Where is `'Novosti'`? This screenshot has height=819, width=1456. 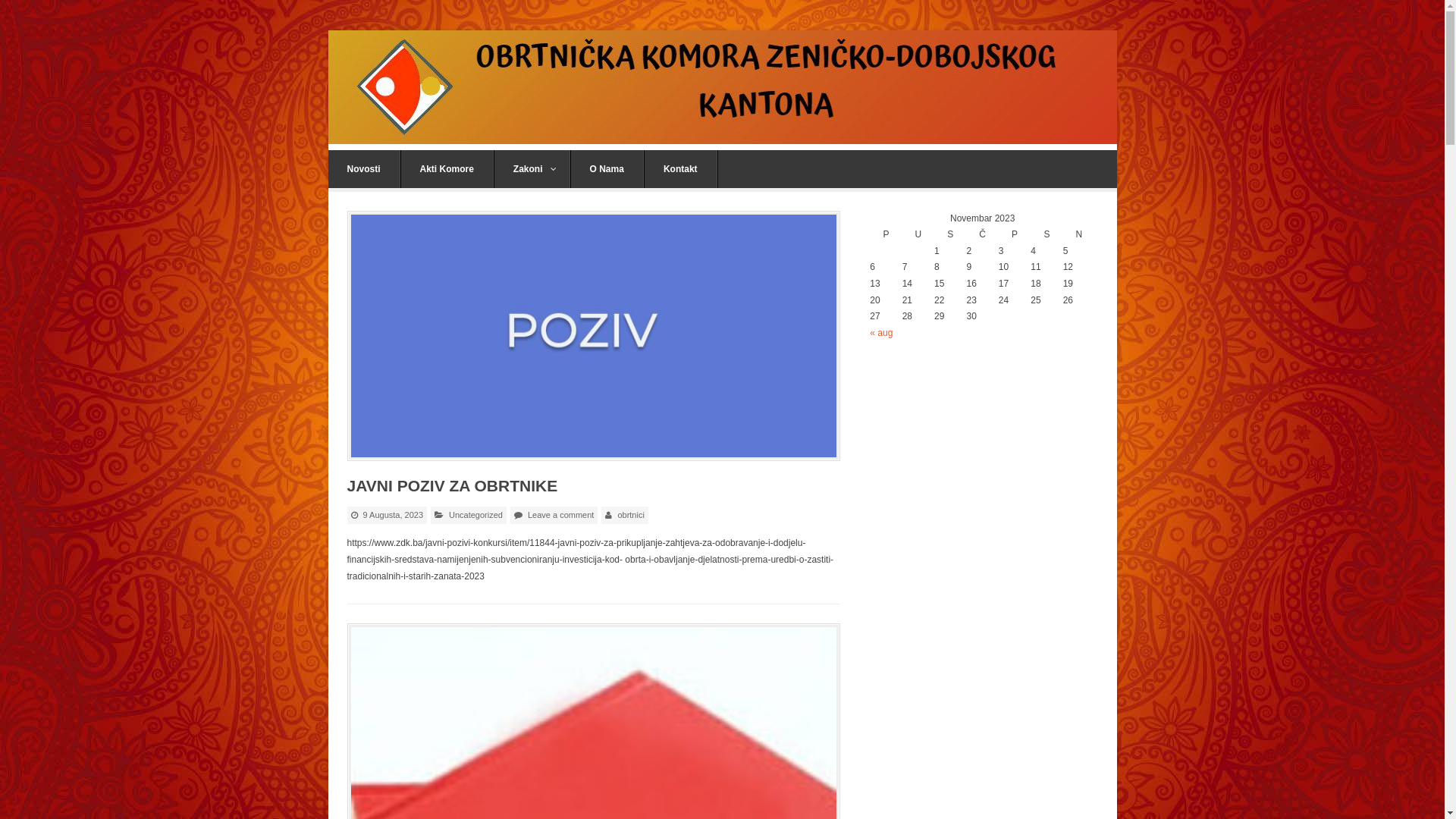
'Novosti' is located at coordinates (327, 169).